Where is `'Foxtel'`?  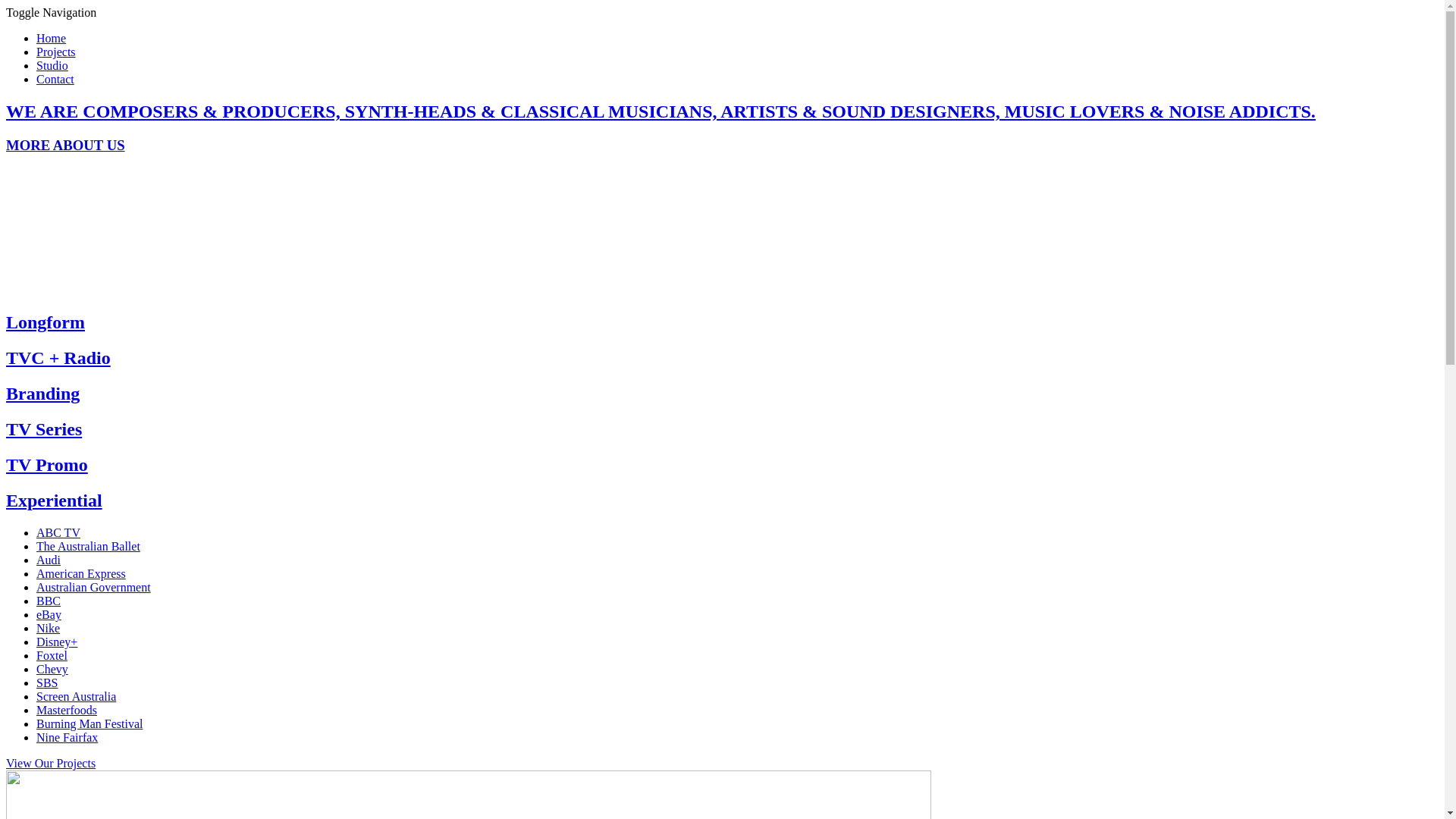
'Foxtel' is located at coordinates (52, 654).